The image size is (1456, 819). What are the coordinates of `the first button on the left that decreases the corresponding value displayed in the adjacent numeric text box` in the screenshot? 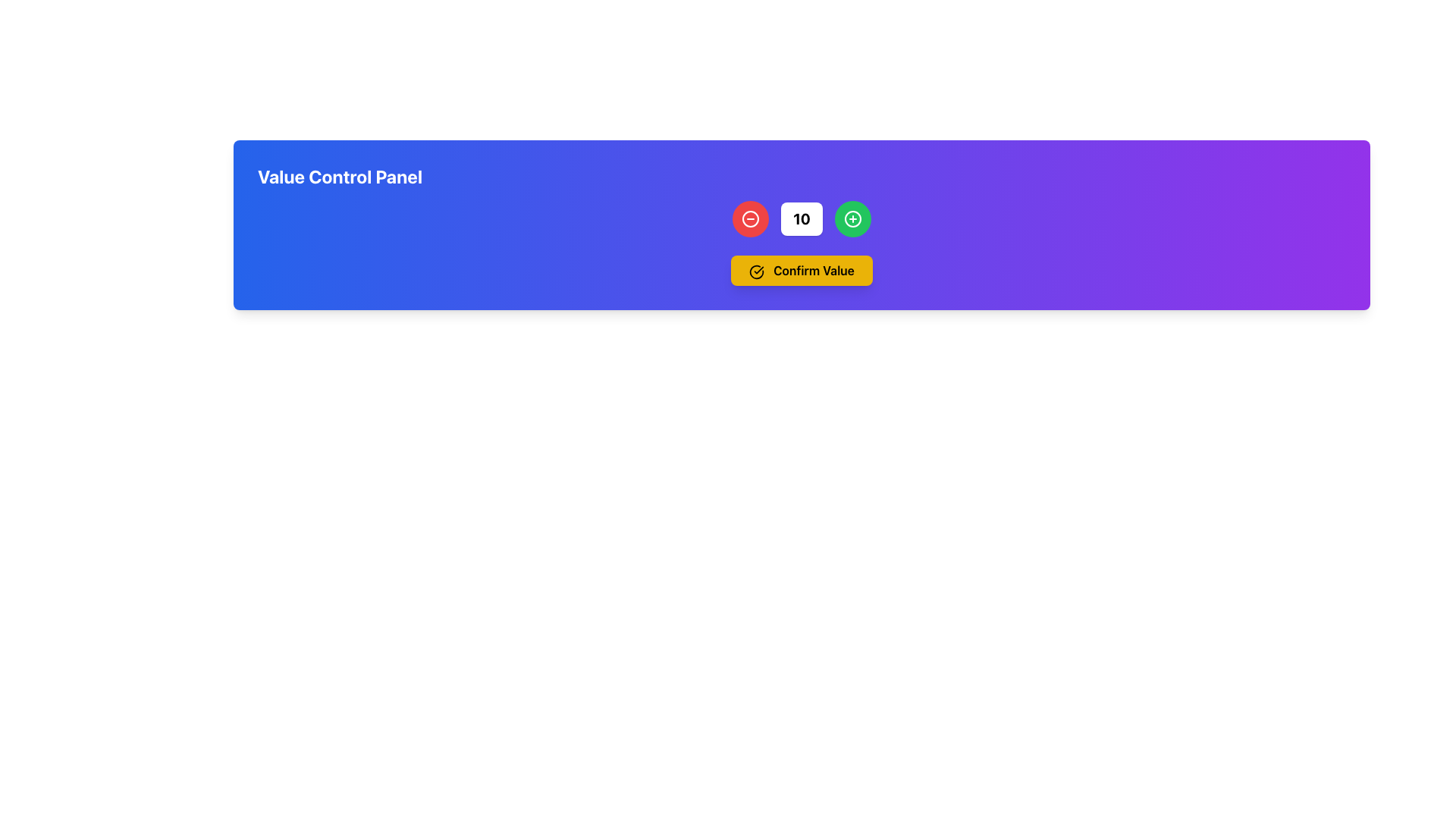 It's located at (751, 219).